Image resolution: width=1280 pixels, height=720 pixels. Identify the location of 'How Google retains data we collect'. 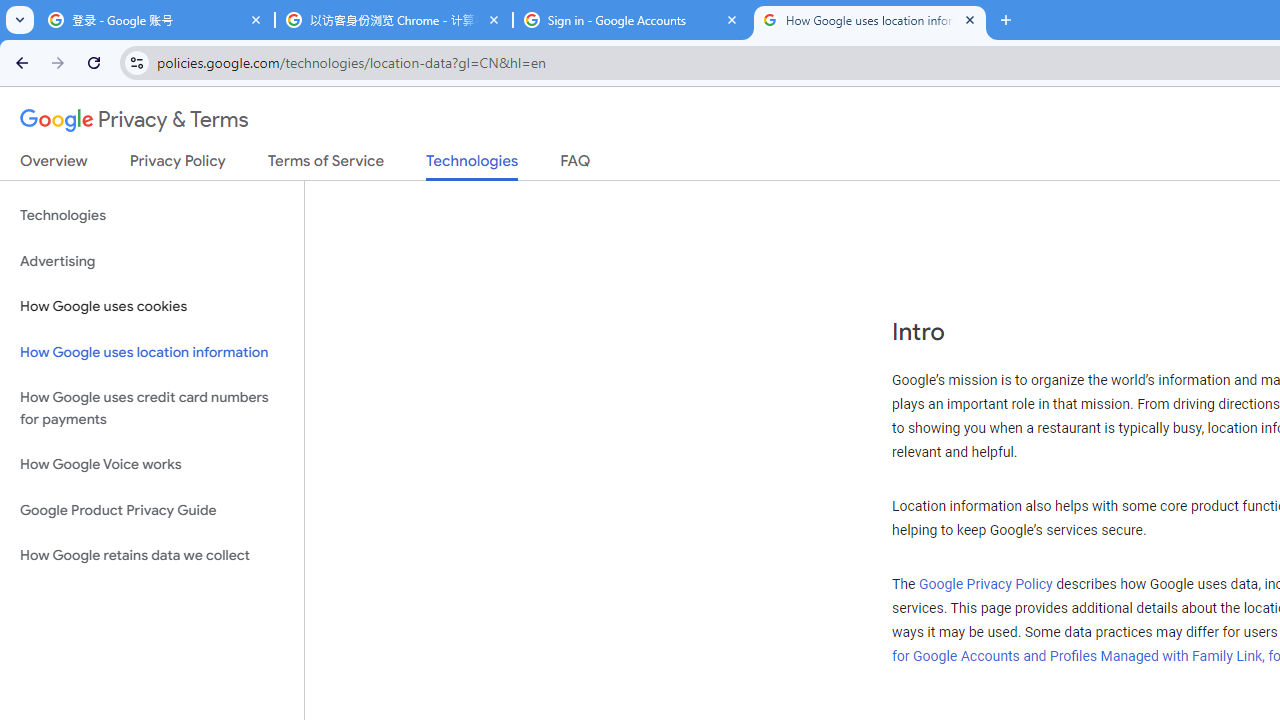
(151, 555).